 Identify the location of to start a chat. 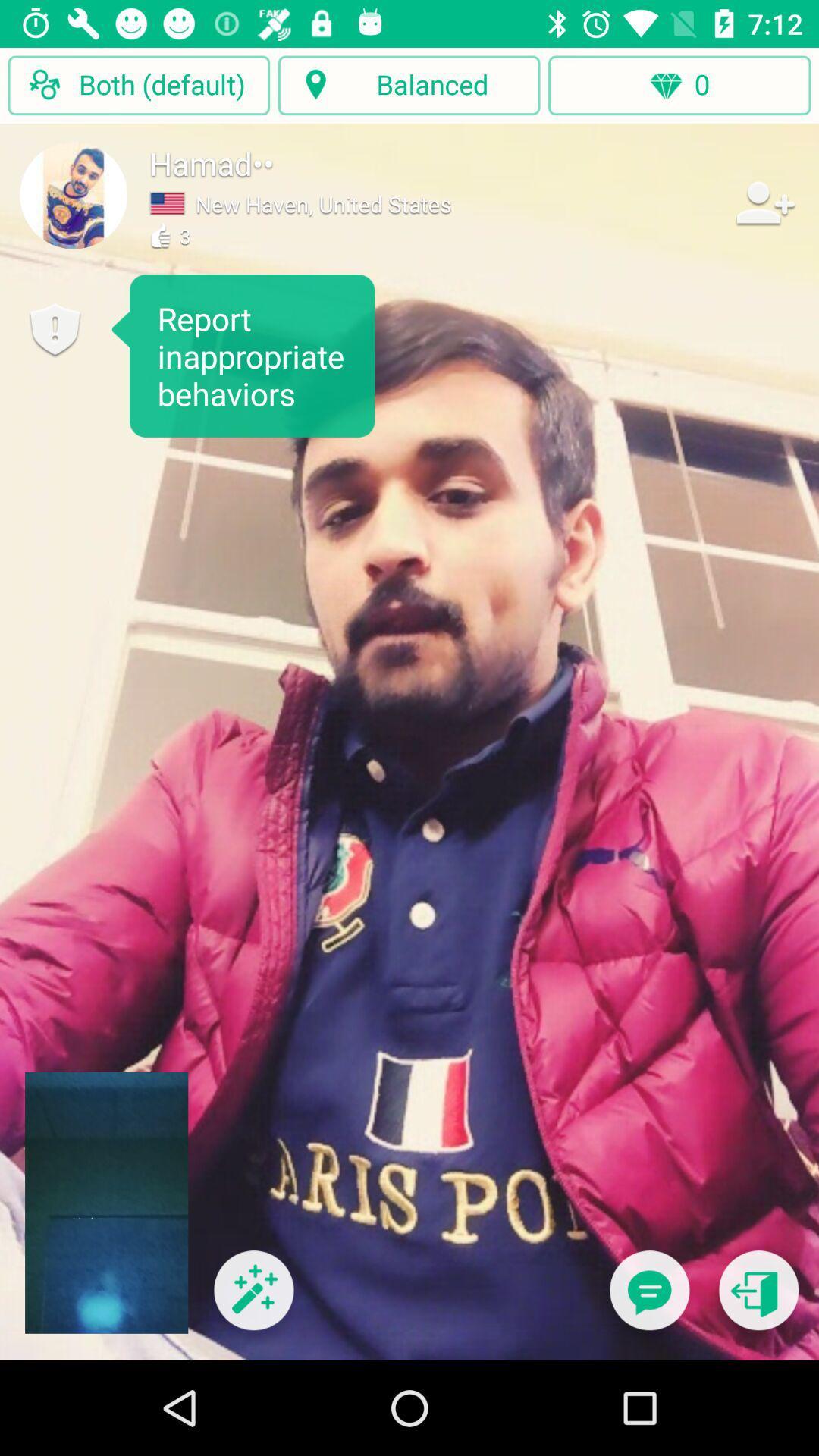
(648, 1299).